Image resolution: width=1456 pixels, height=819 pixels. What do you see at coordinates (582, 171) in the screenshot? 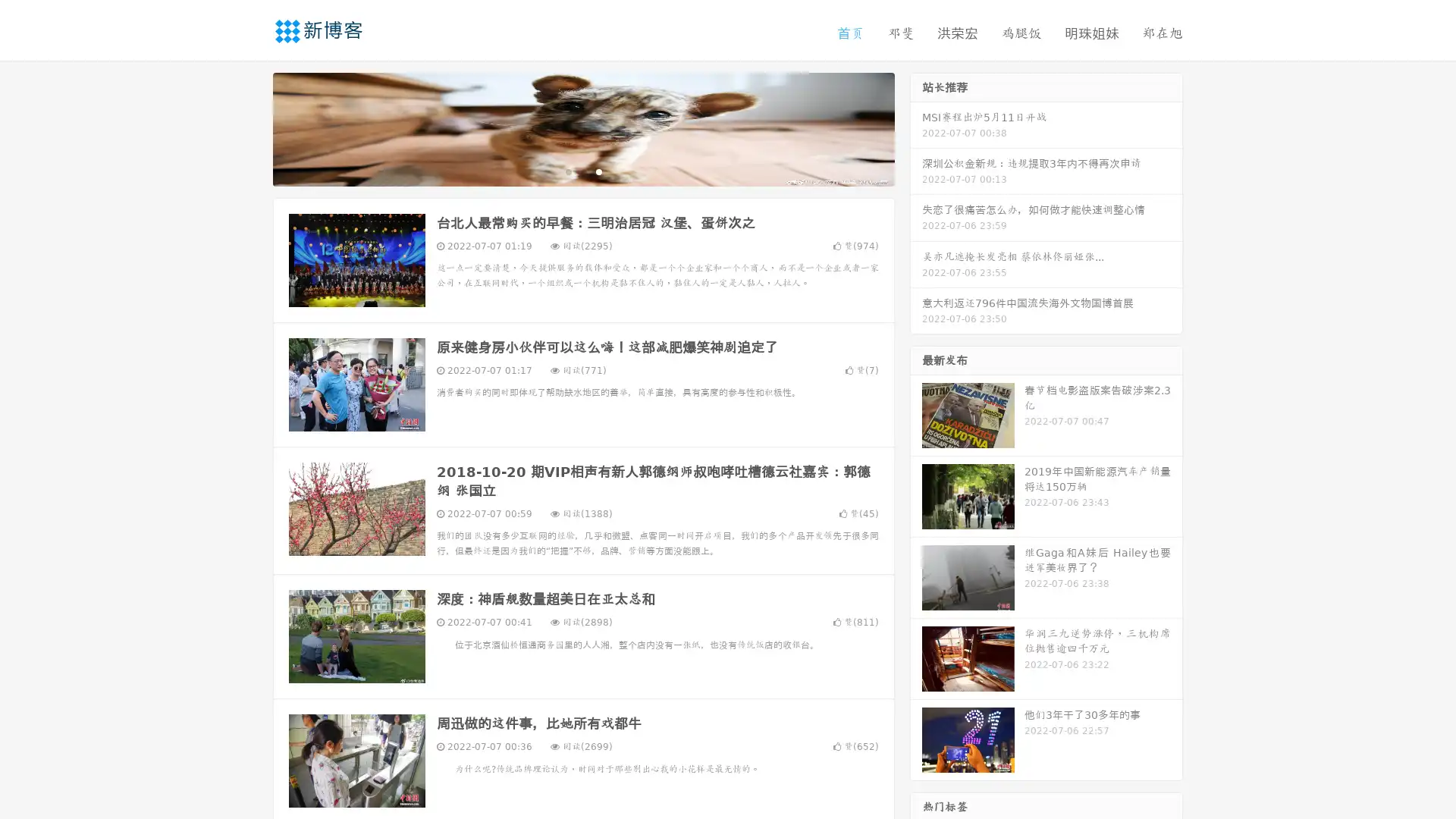
I see `Go to slide 2` at bounding box center [582, 171].